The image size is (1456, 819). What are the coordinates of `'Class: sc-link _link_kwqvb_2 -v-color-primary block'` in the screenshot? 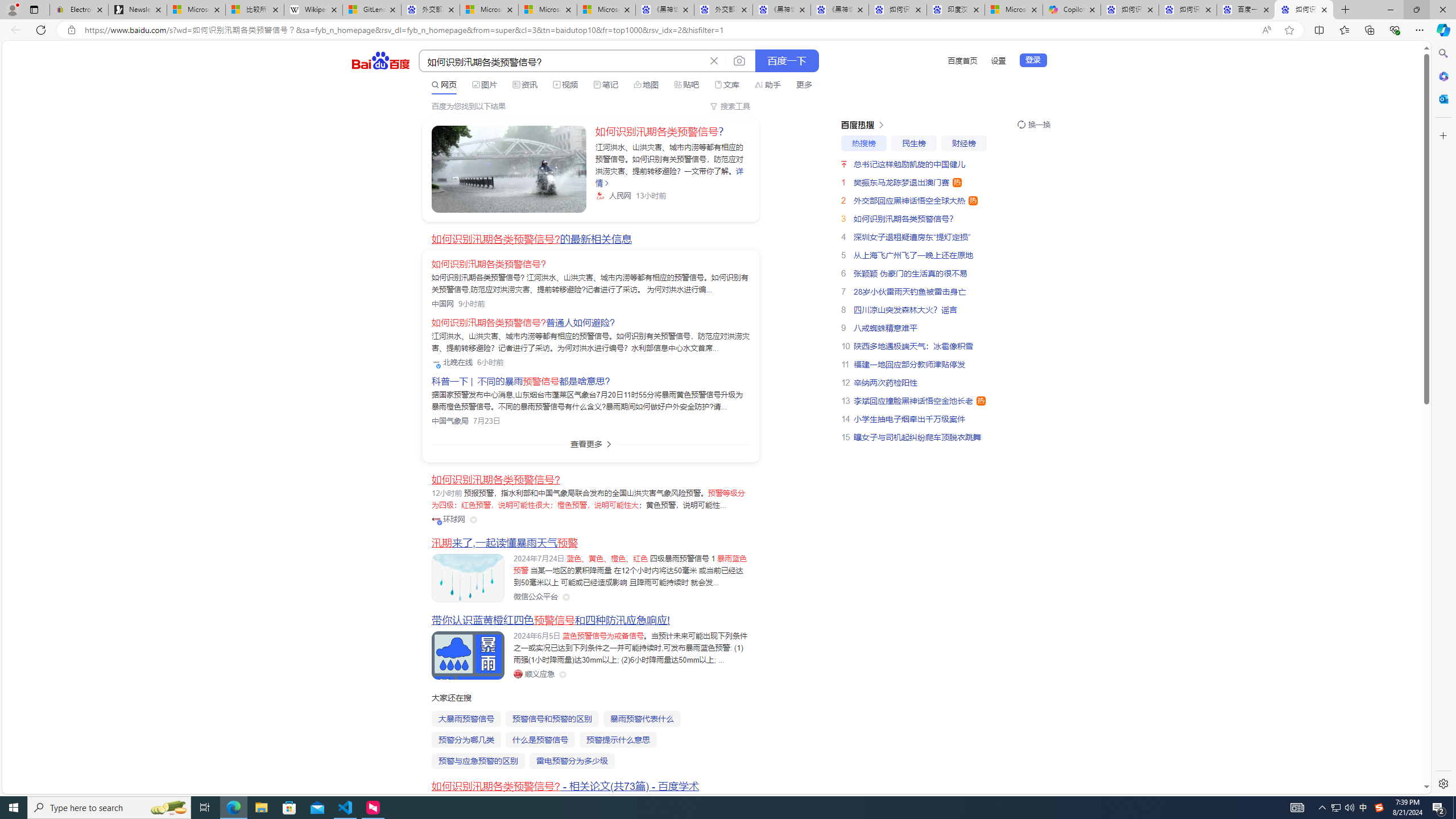 It's located at (508, 168).